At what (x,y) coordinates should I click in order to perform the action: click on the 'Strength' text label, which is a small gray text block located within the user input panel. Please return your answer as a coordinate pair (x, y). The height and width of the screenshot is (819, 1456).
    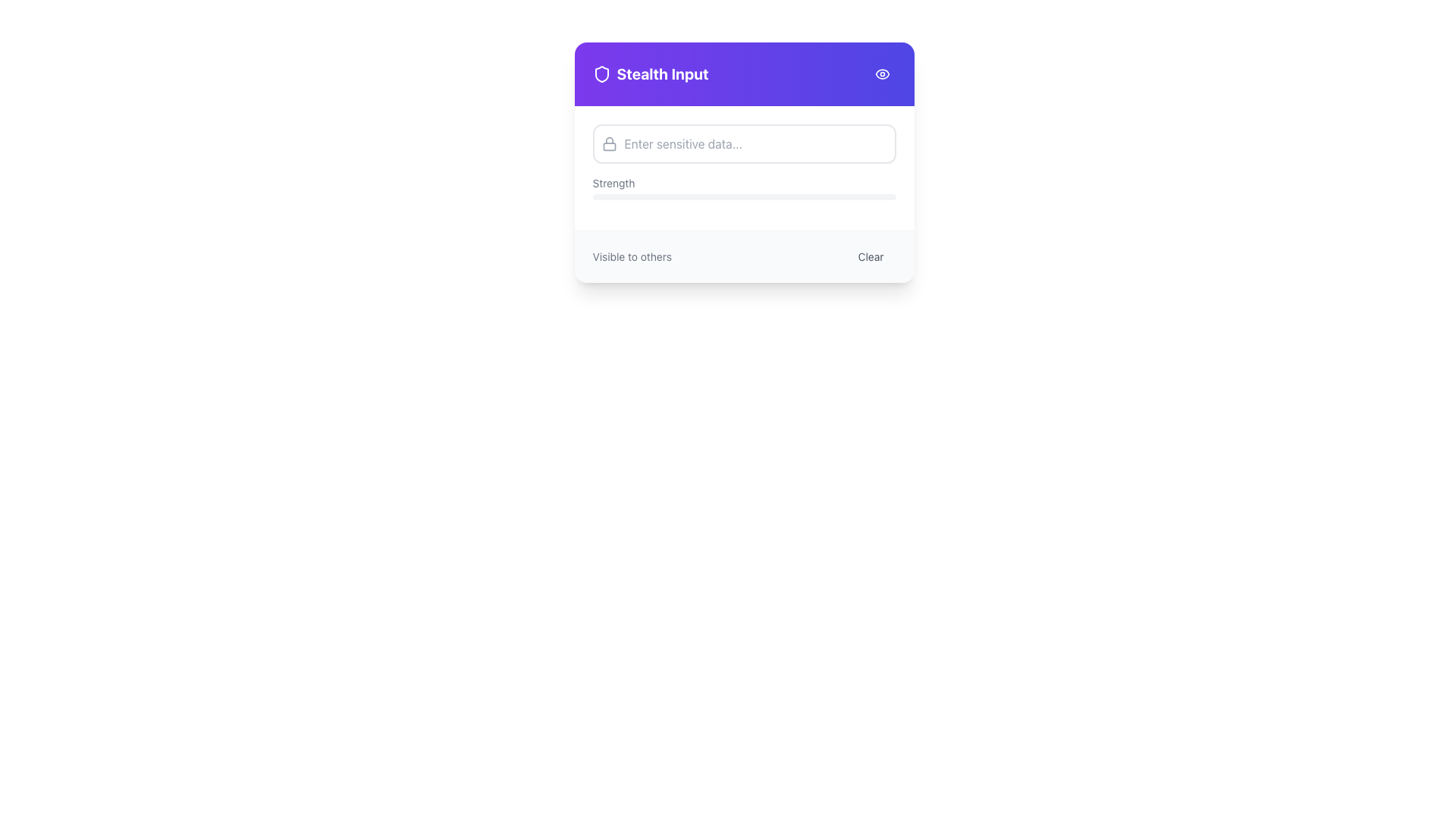
    Looking at the image, I should click on (613, 183).